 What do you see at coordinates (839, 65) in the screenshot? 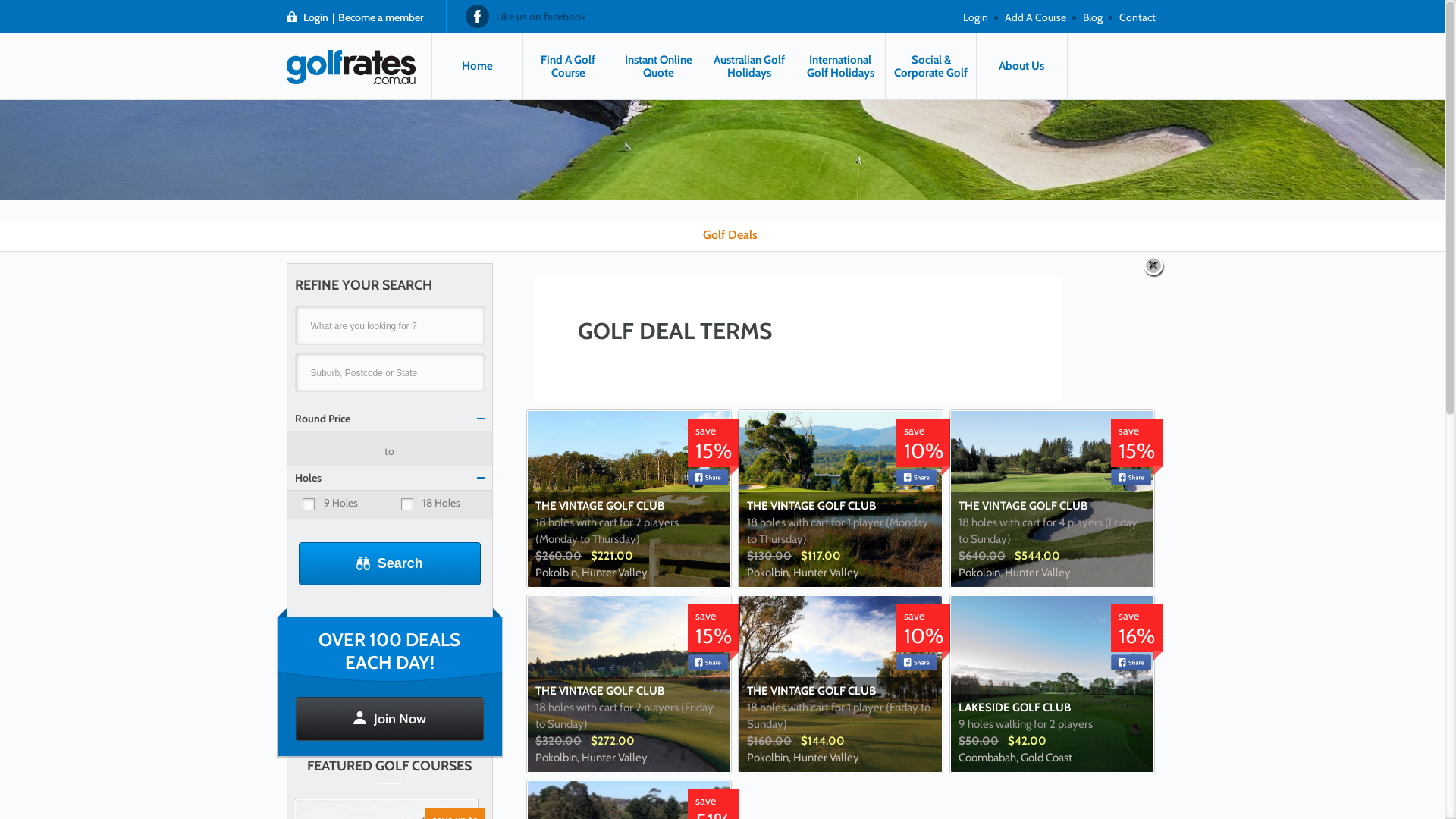
I see `'International Golf Holidays'` at bounding box center [839, 65].